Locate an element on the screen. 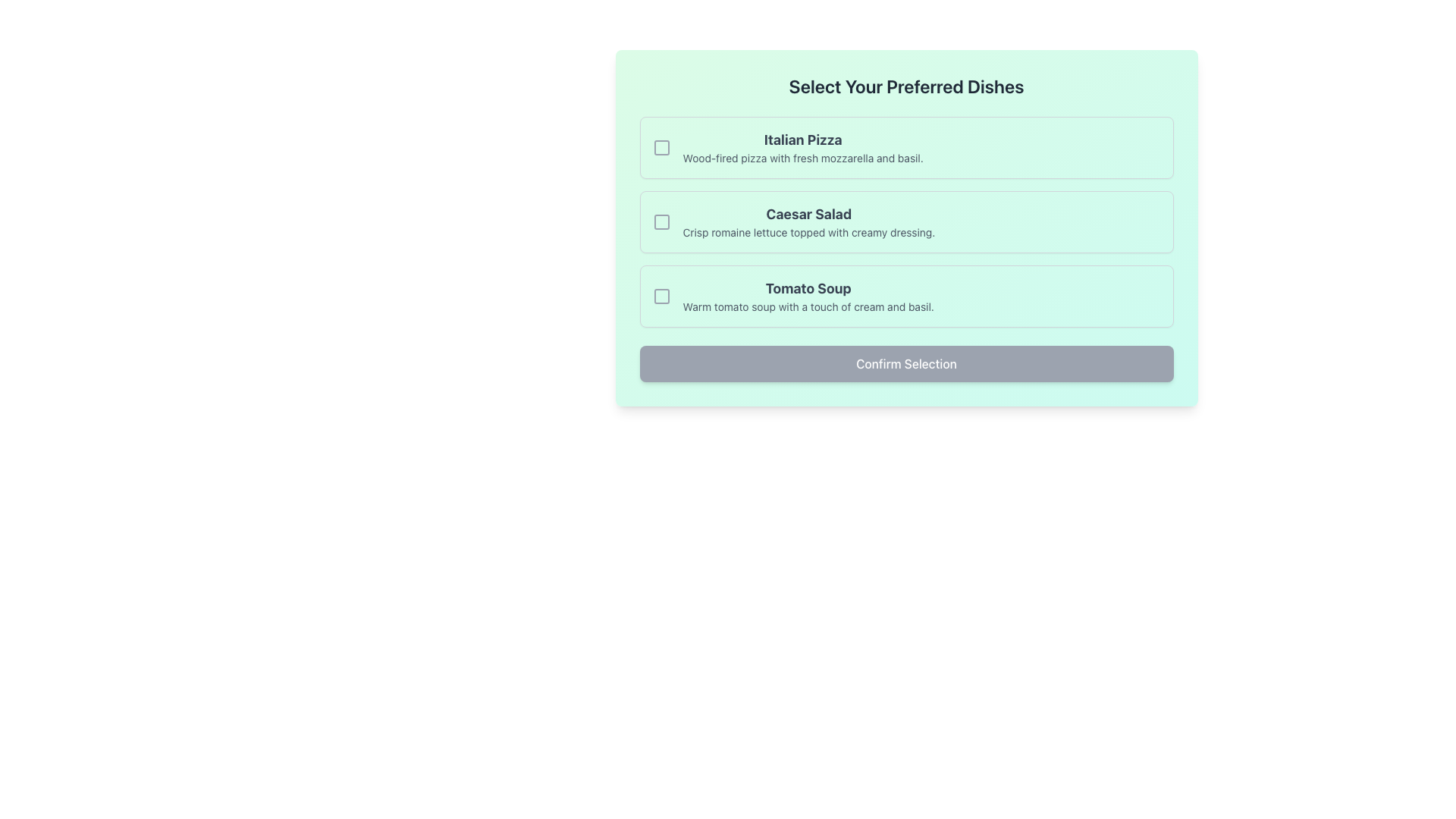  the text description that reads 'Crisp romaine lettuce topped with creamy dressing.' located below the title 'Caesar Salad' is located at coordinates (808, 233).